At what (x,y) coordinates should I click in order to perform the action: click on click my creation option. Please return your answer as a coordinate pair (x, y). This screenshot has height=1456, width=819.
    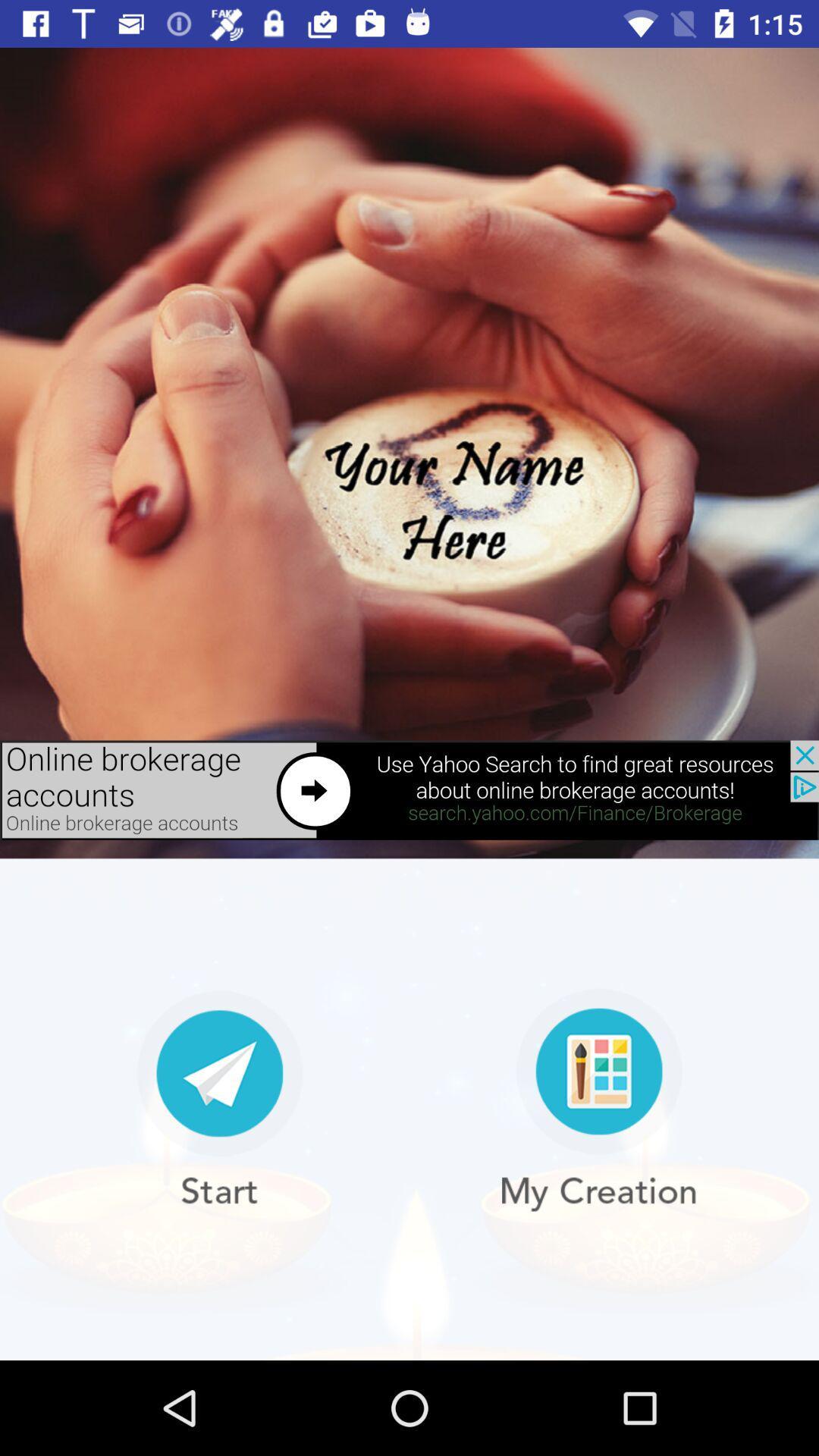
    Looking at the image, I should click on (598, 1100).